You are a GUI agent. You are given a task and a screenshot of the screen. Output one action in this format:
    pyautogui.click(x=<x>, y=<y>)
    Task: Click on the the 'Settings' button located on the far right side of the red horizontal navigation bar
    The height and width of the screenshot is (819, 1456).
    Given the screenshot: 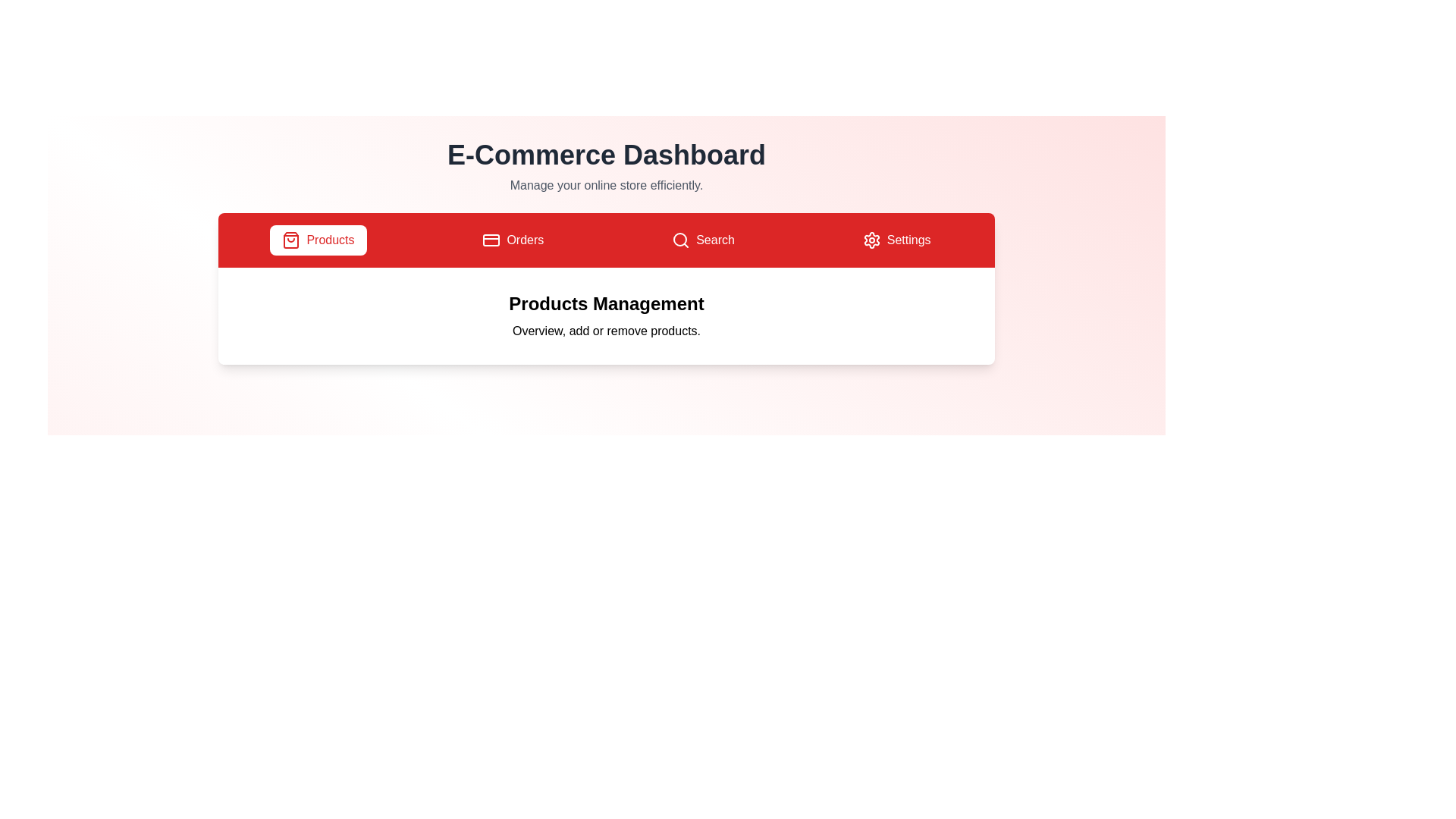 What is the action you would take?
    pyautogui.click(x=896, y=239)
    